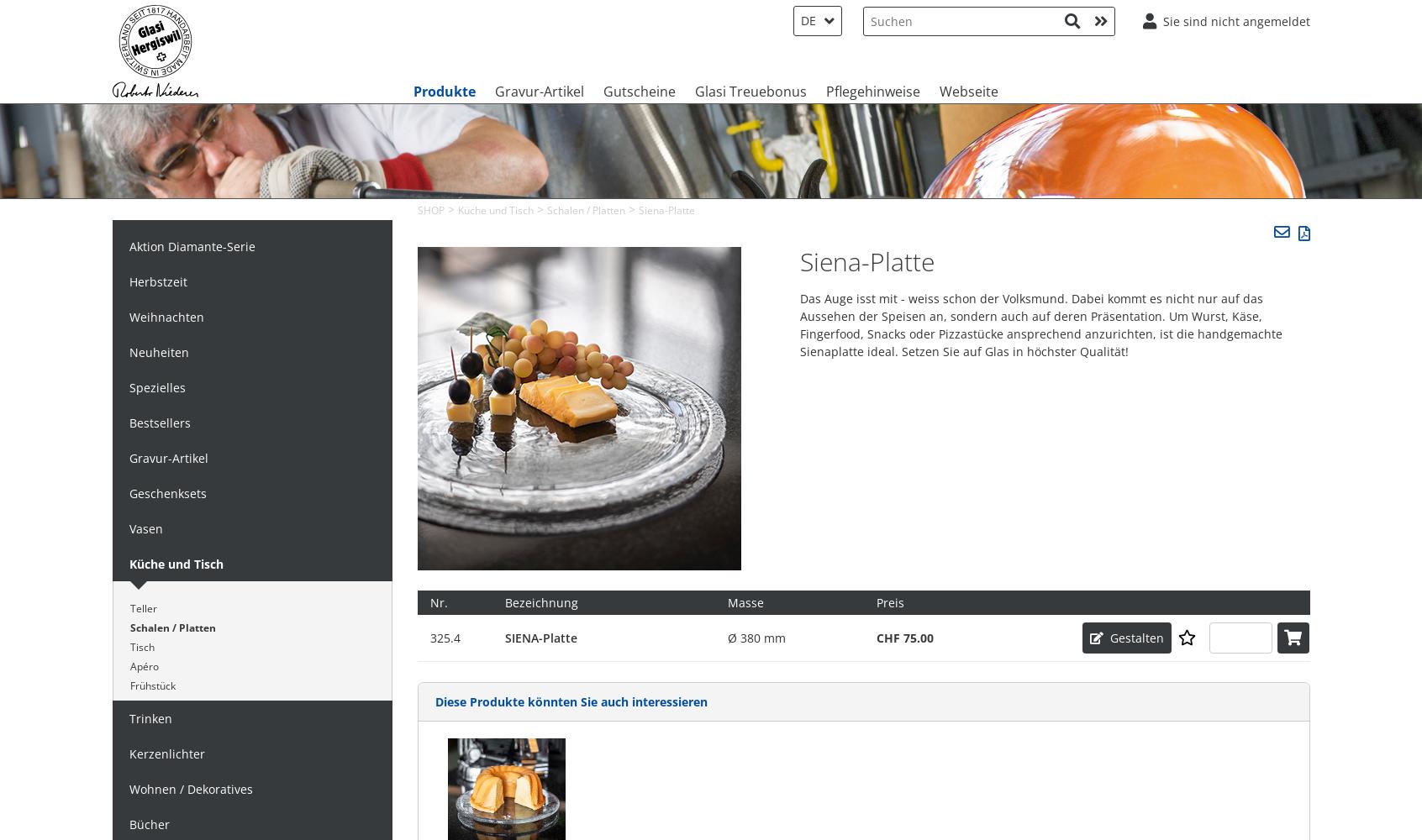  I want to click on 'Schalen / Platten', so click(171, 626).